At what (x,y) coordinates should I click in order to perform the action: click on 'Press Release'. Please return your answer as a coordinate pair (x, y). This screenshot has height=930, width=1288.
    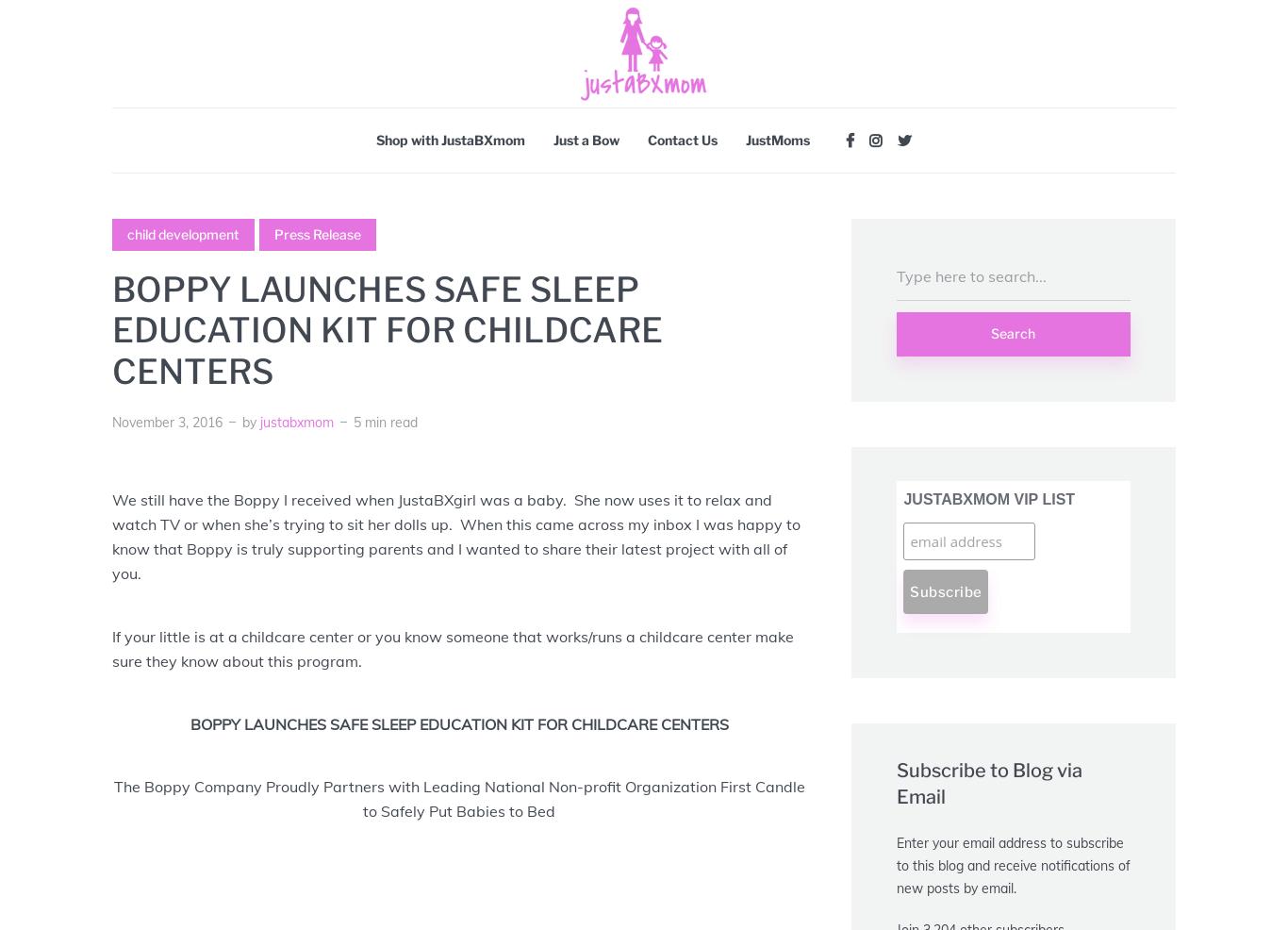
    Looking at the image, I should click on (317, 234).